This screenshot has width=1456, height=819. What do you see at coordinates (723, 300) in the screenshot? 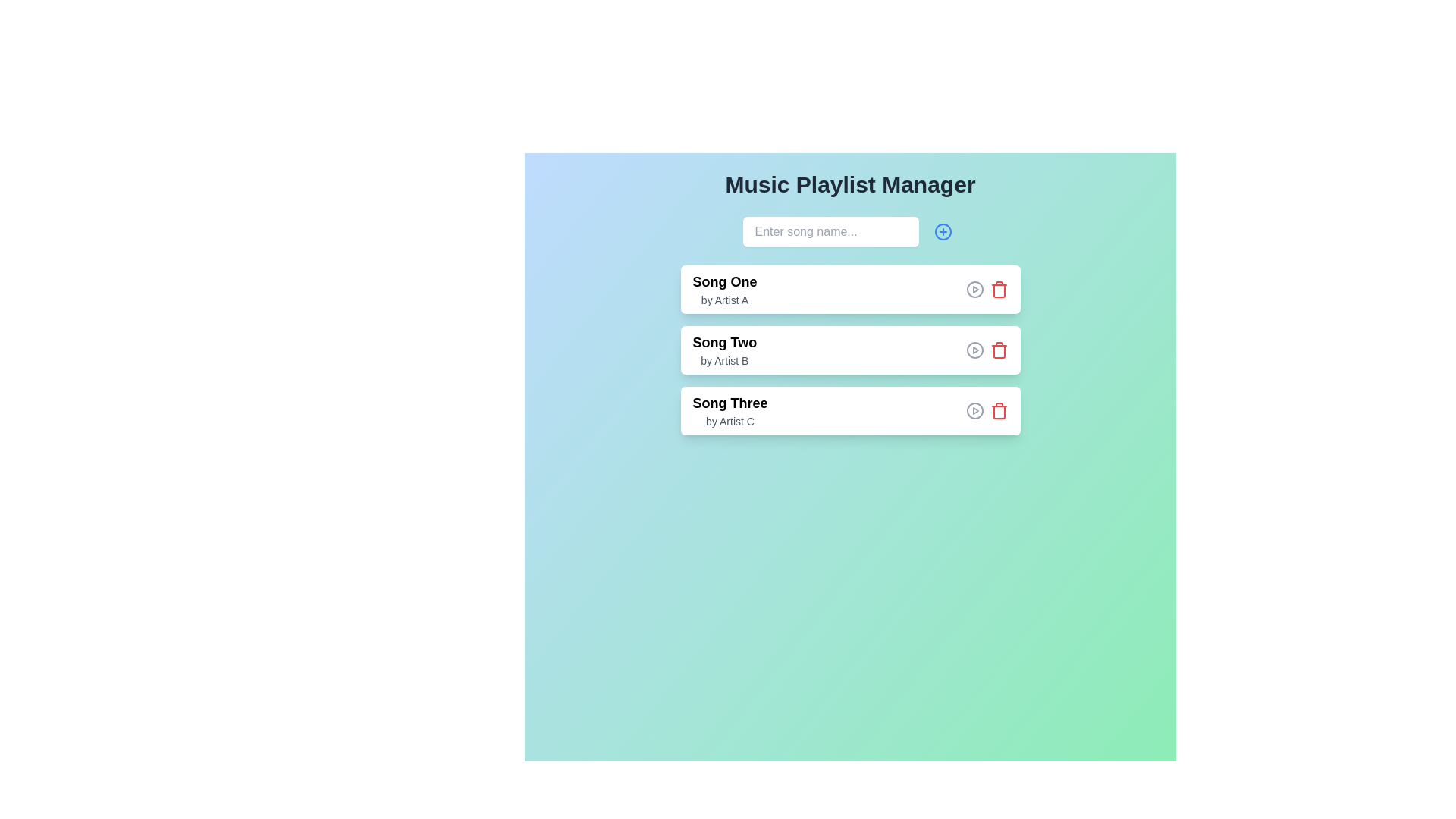
I see `the text label that reads 'by Artist A', styled in a smaller gray font, positioned beneath 'Song One' in the Music Playlist Manager interface` at bounding box center [723, 300].